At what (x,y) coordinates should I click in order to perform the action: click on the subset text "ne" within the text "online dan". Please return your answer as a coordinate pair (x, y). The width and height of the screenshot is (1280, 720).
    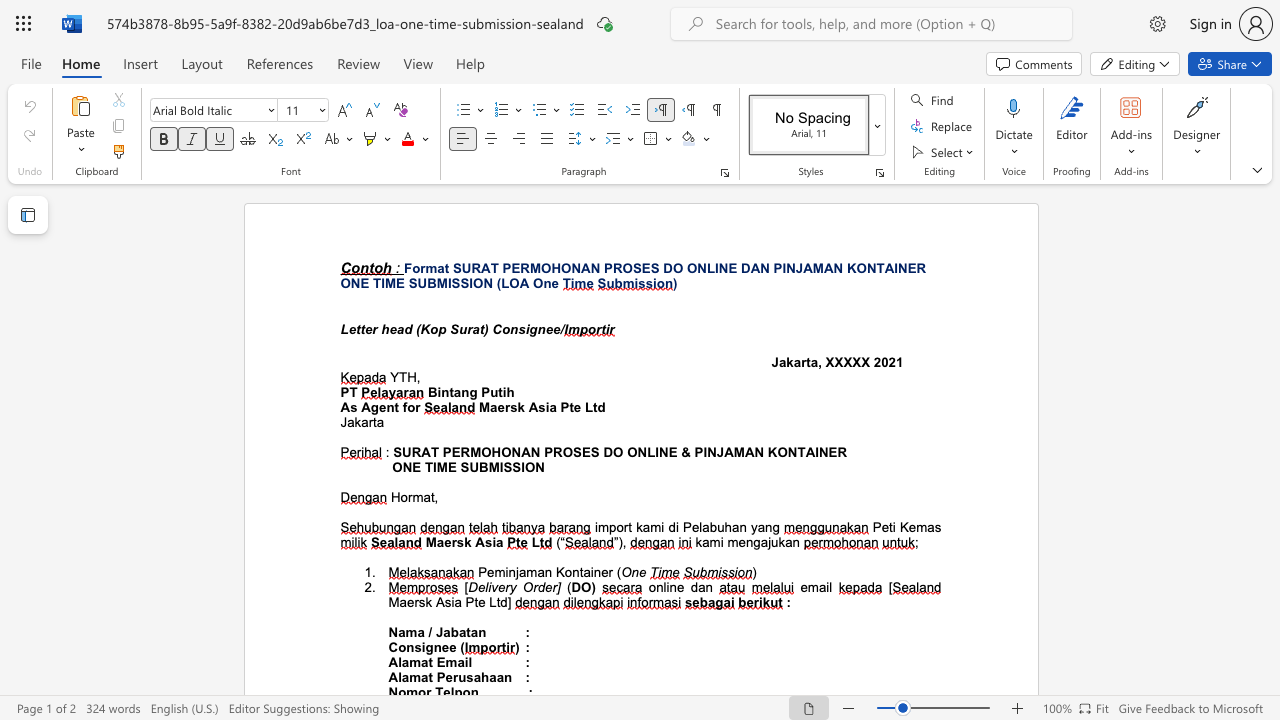
    Looking at the image, I should click on (669, 586).